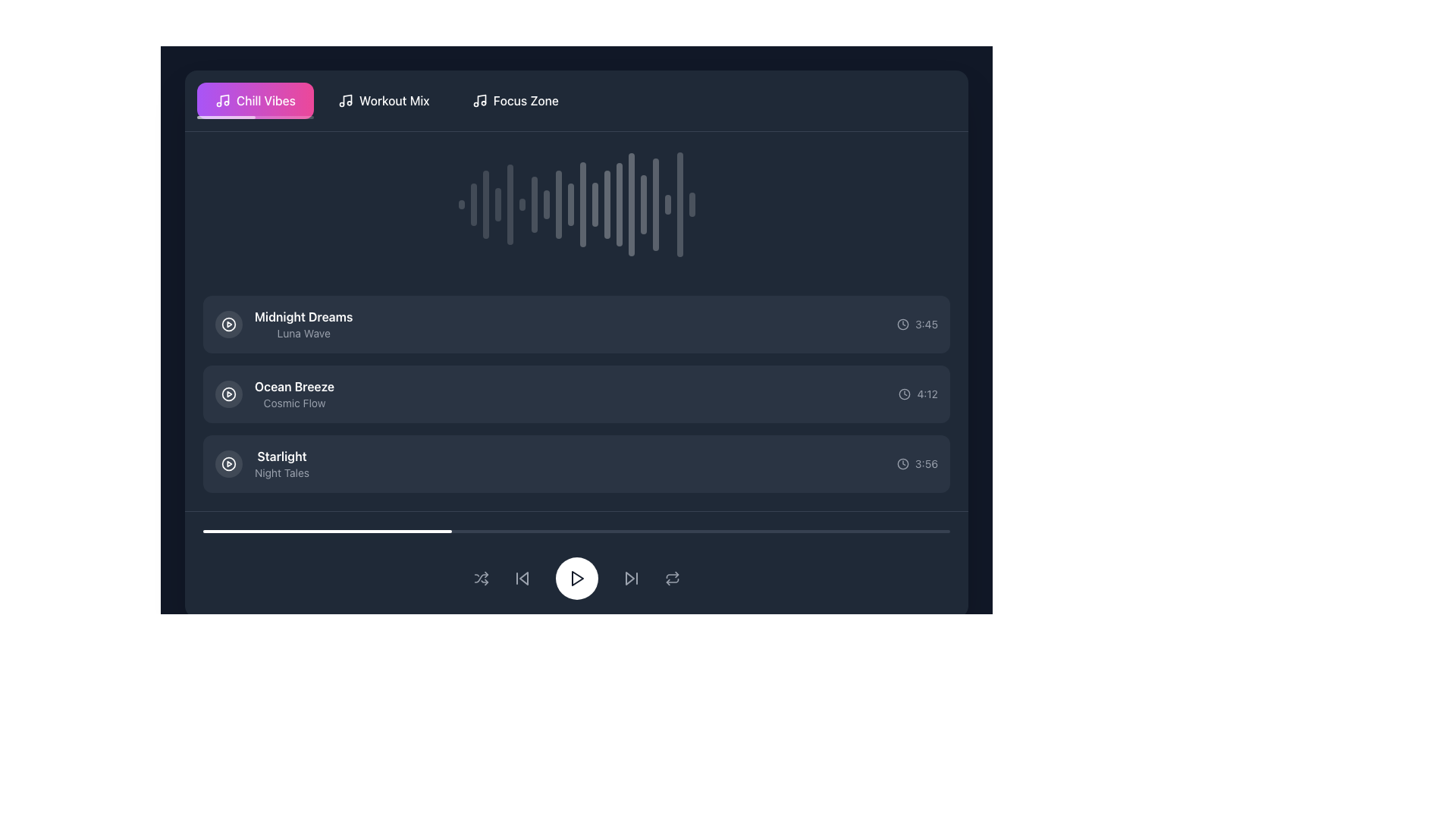 The image size is (1456, 819). Describe the element at coordinates (619, 205) in the screenshot. I see `the fourteenth vertical bar in the audio visualization component, which is styled with a semi-transparent white color and has a pulsating animation effect` at that location.